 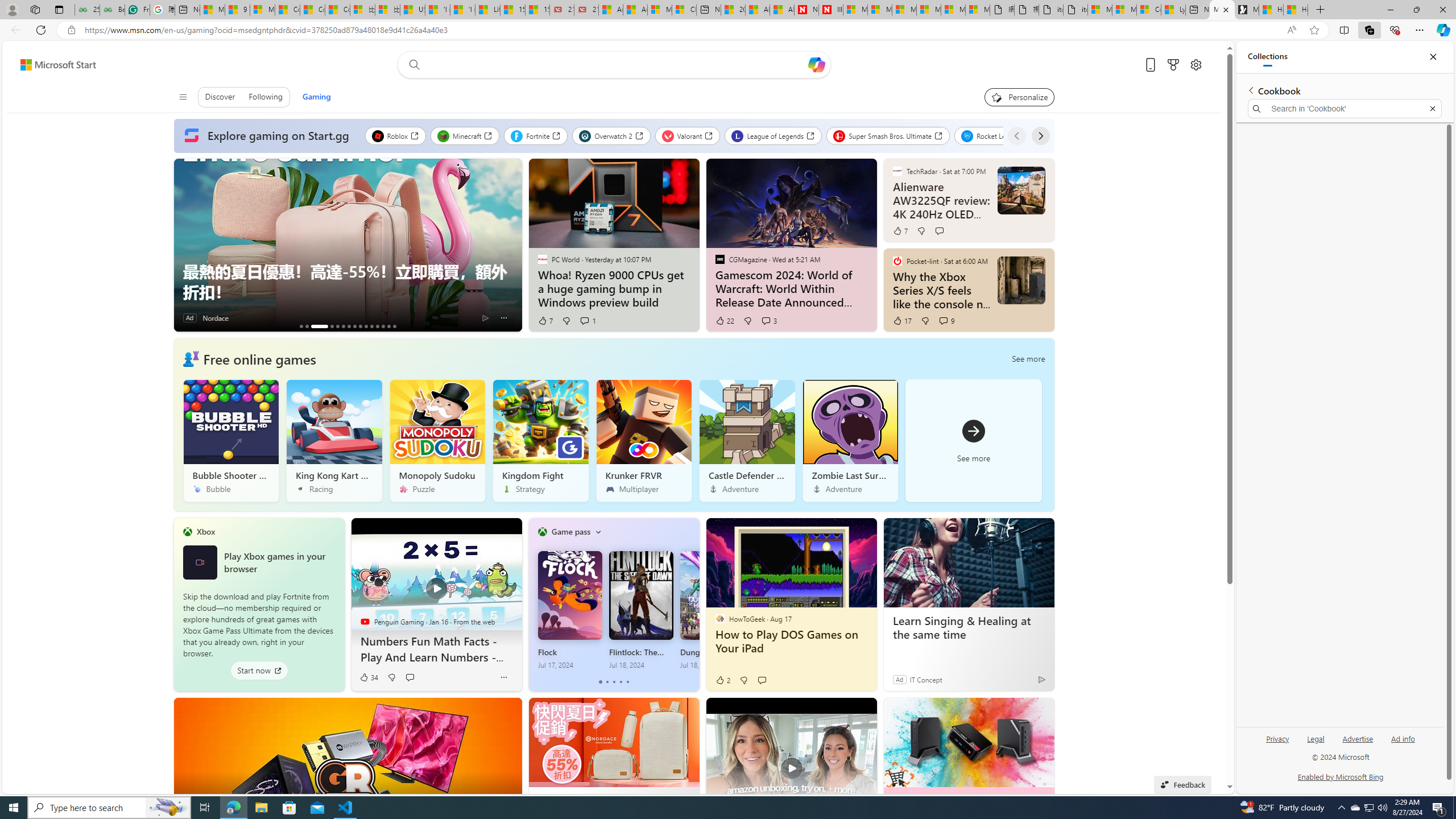 I want to click on 'Privacy', so click(x=1277, y=738).